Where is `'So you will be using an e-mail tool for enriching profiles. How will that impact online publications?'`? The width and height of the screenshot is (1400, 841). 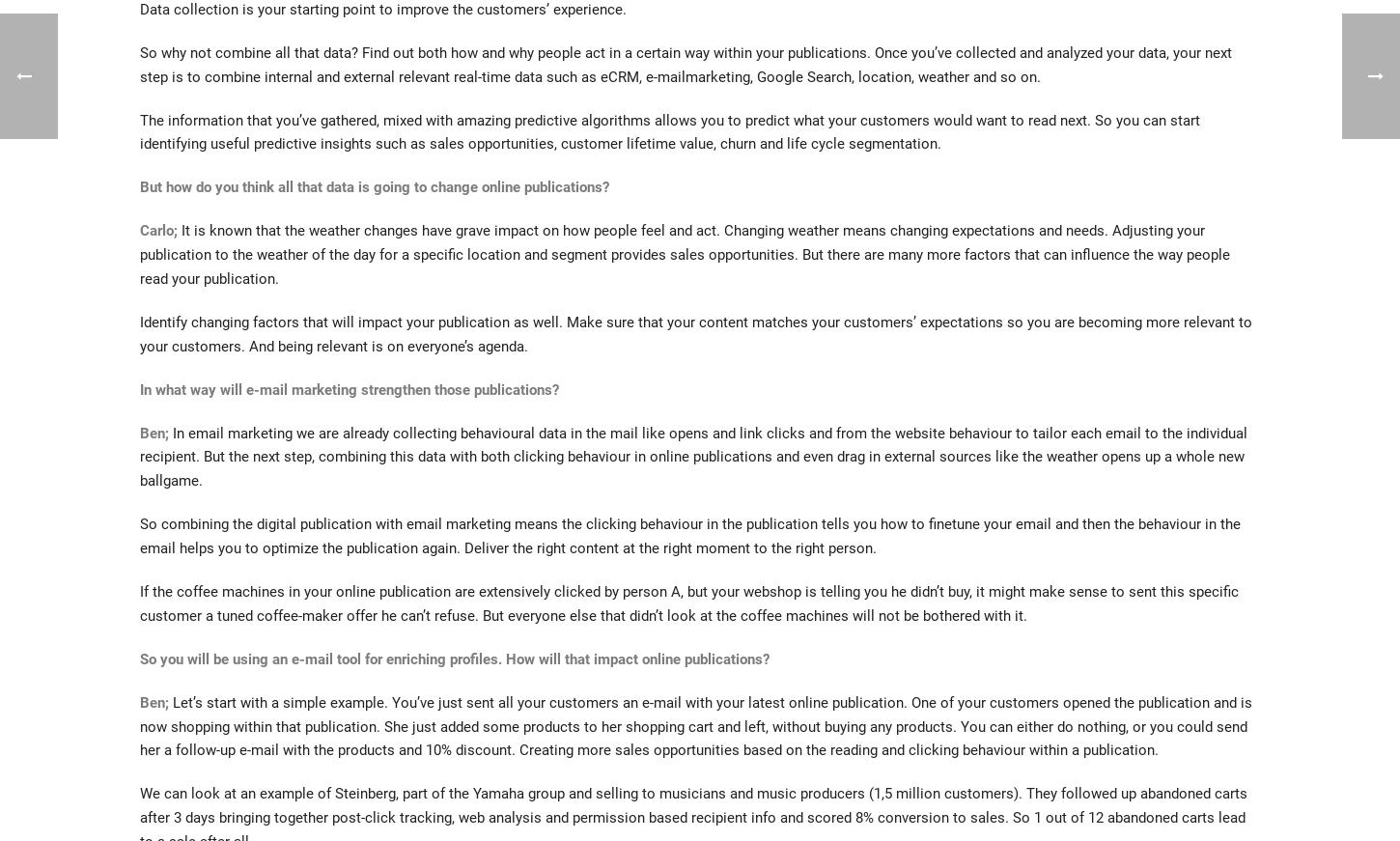
'So you will be using an e-mail tool for enriching profiles. How will that impact online publications?' is located at coordinates (139, 657).